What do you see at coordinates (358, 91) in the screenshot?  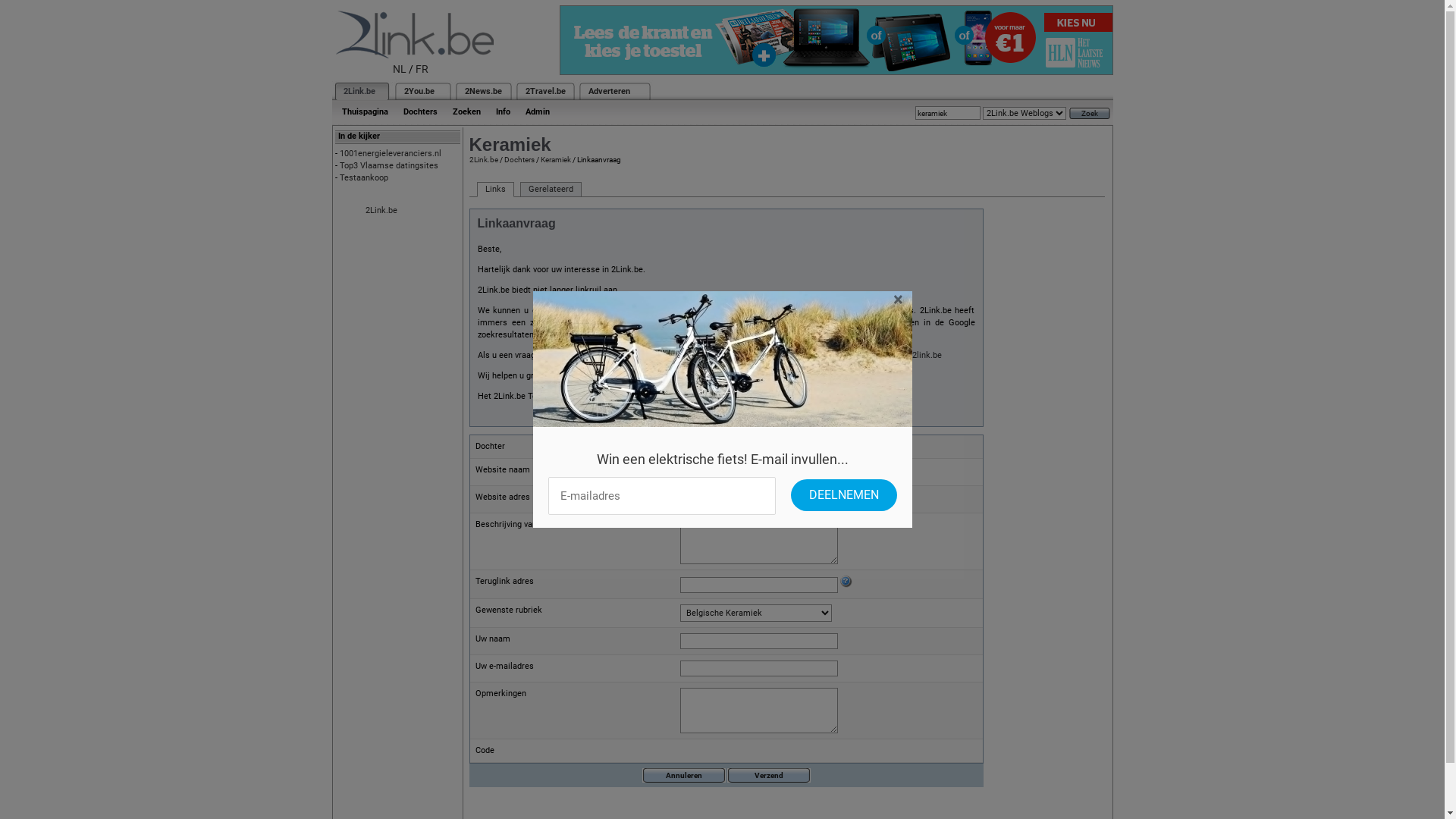 I see `'2Link.be'` at bounding box center [358, 91].